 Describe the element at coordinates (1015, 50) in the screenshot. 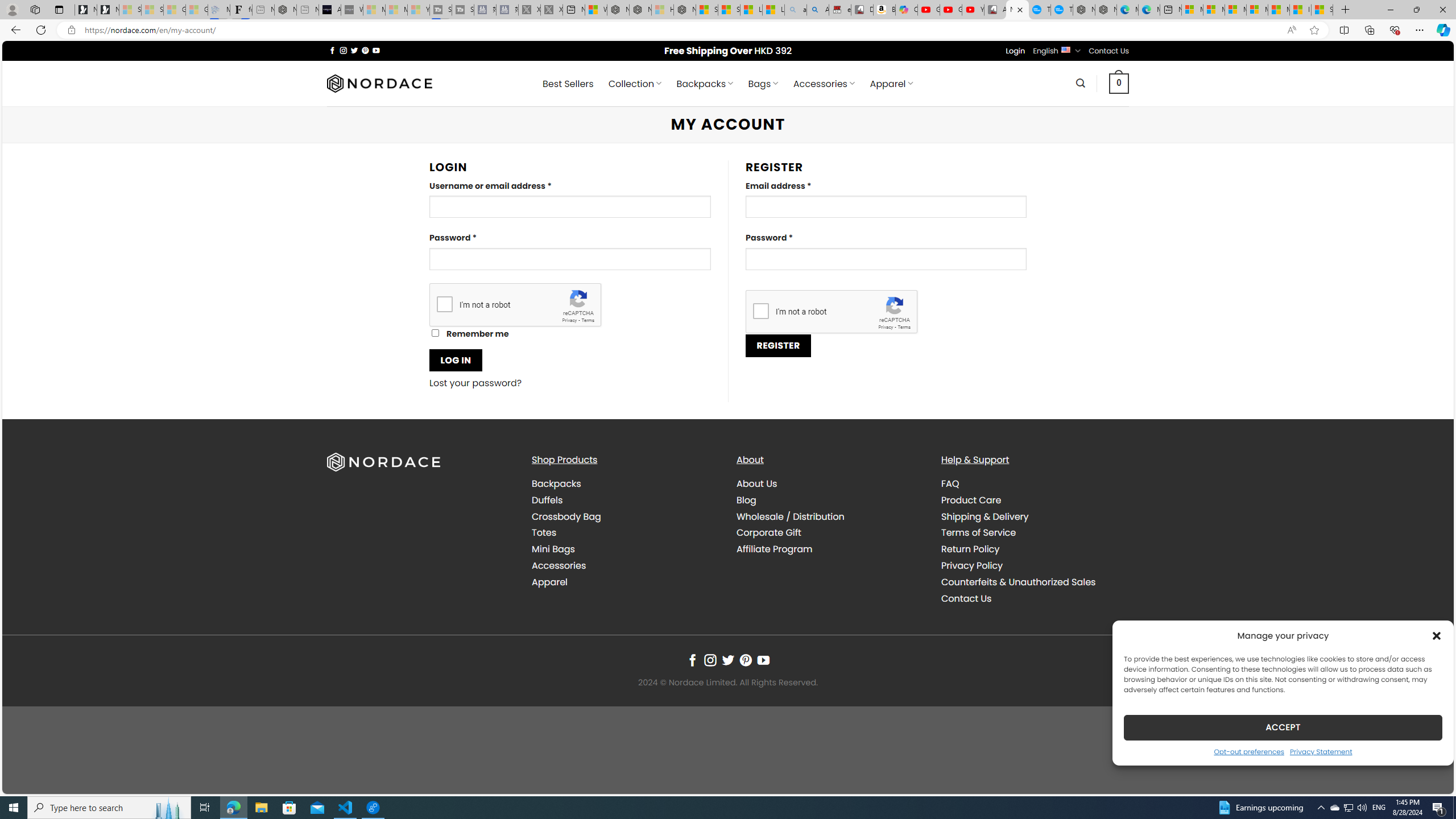

I see `'Login'` at that location.